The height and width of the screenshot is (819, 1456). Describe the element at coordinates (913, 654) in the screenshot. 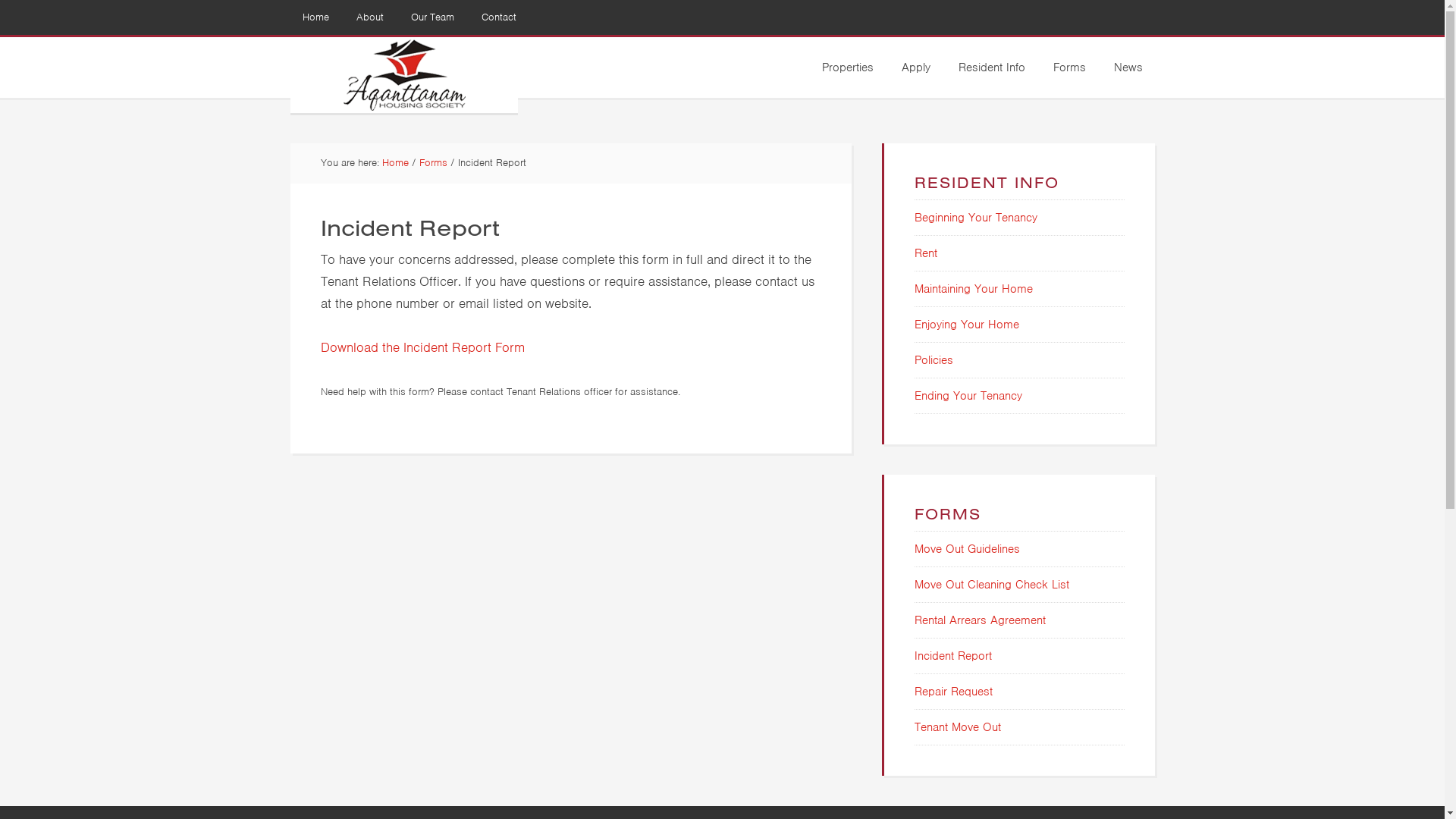

I see `'Incident Report'` at that location.